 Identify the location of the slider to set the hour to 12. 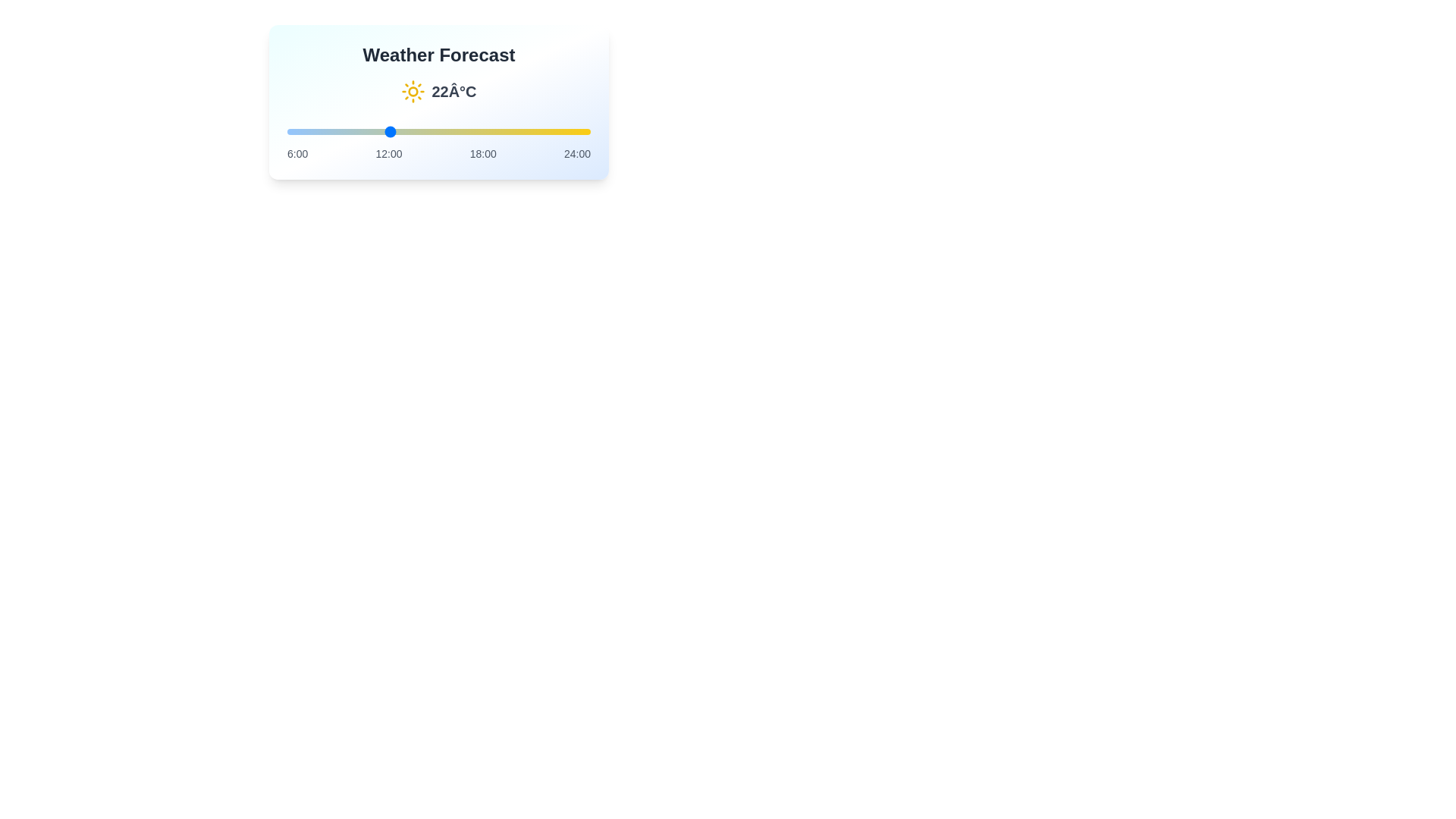
(388, 130).